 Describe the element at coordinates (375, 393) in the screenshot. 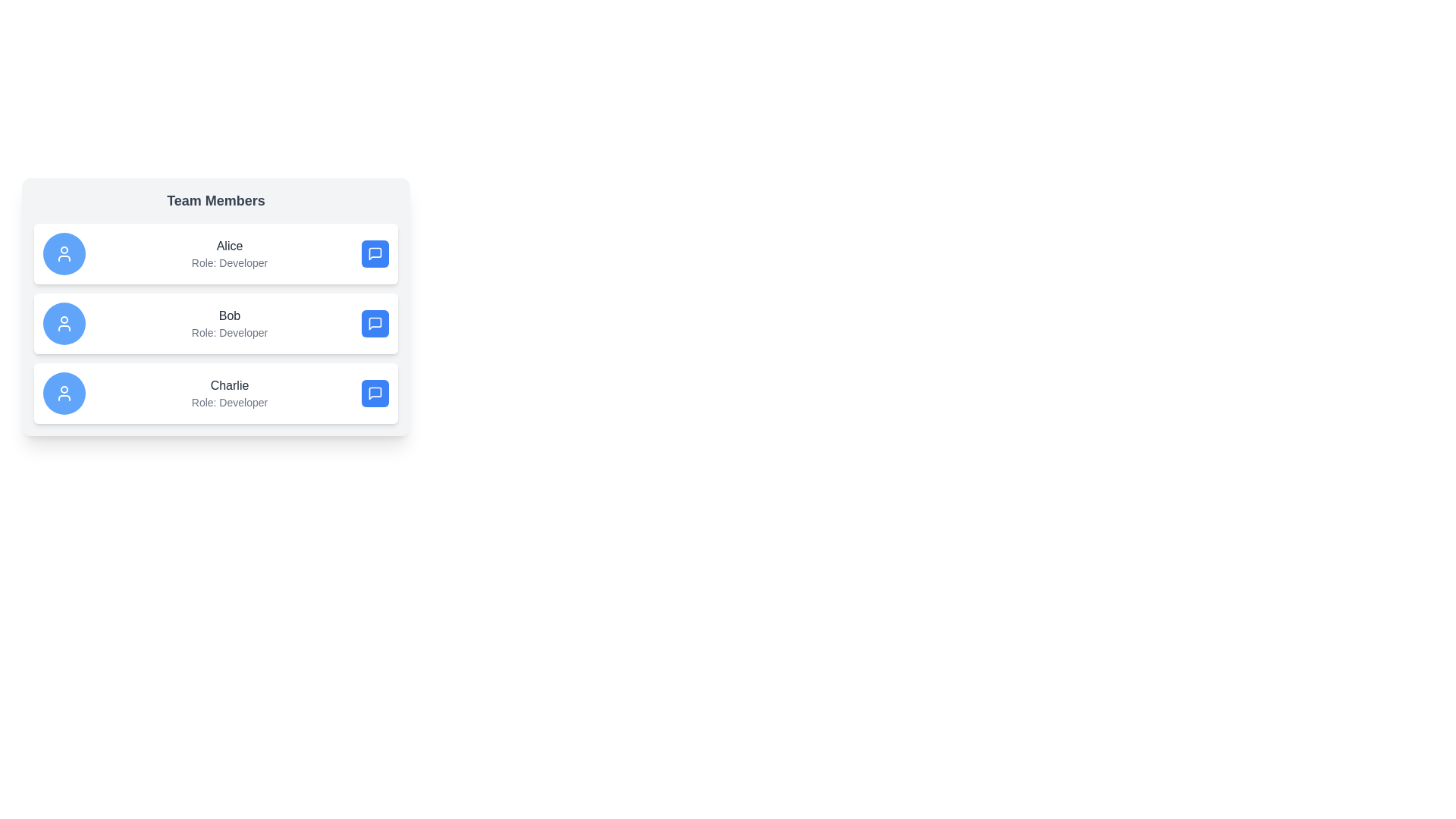

I see `the blue square button with a white speech bubble icon located to the far right of the user information row for 'Charlie' to initiate an action` at that location.